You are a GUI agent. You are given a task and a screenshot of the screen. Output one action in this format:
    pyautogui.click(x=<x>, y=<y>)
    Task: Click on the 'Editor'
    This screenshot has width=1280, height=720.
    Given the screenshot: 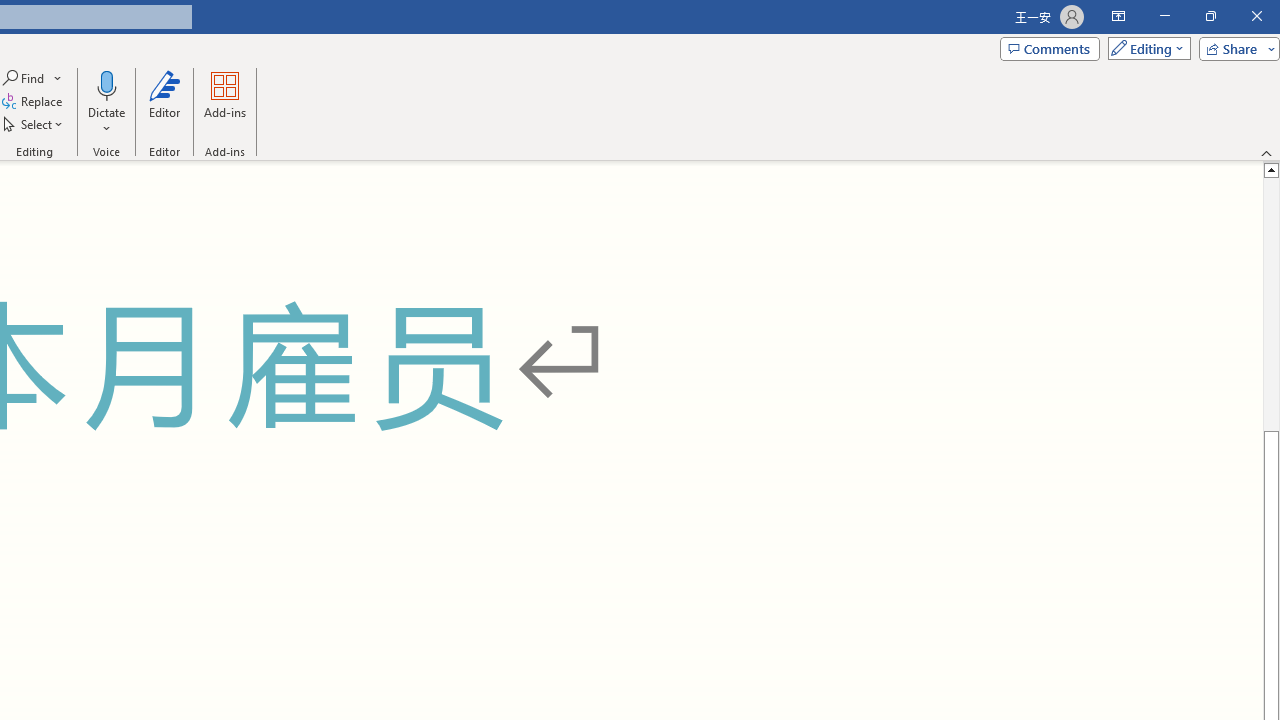 What is the action you would take?
    pyautogui.click(x=164, y=103)
    